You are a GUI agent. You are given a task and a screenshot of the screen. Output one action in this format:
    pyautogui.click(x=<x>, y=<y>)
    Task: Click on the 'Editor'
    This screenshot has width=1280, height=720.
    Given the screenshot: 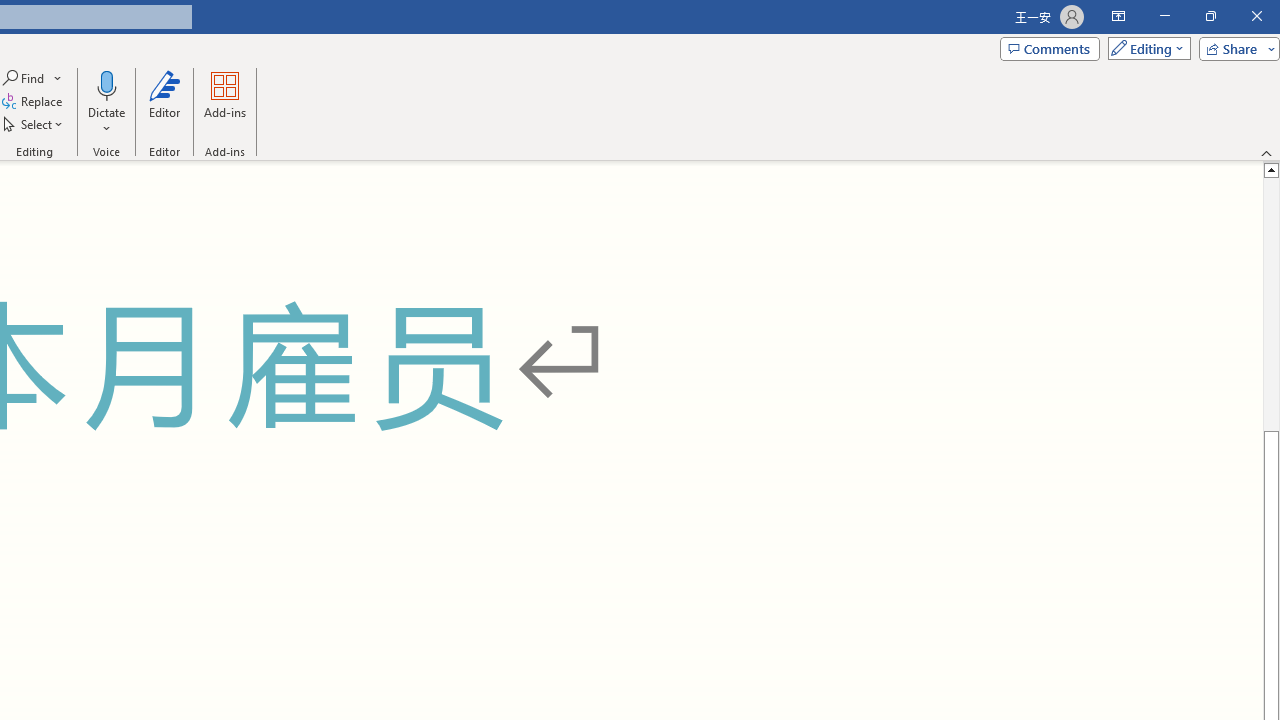 What is the action you would take?
    pyautogui.click(x=164, y=103)
    